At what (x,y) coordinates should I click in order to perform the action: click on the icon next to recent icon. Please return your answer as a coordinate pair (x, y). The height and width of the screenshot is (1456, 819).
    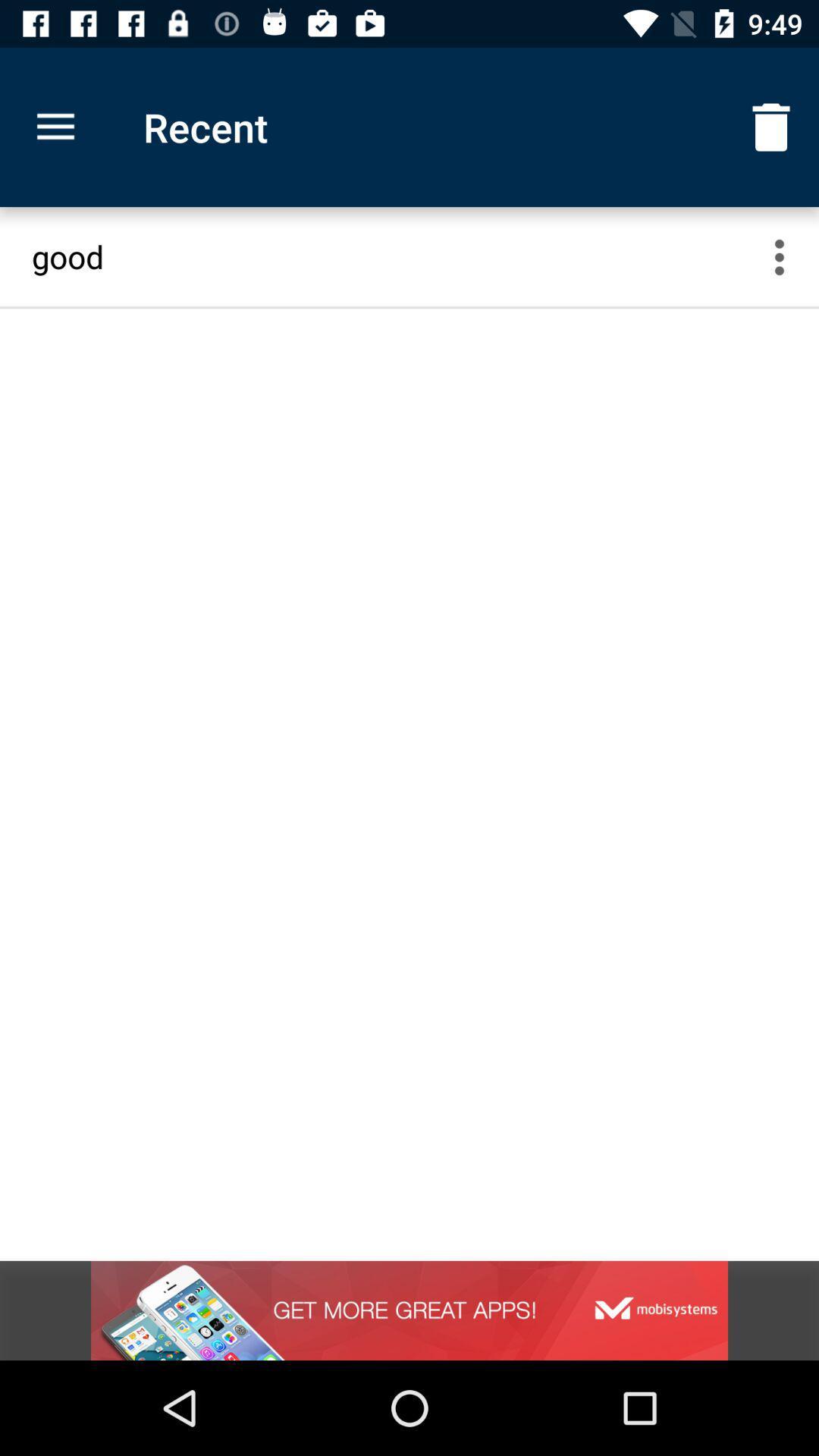
    Looking at the image, I should click on (55, 127).